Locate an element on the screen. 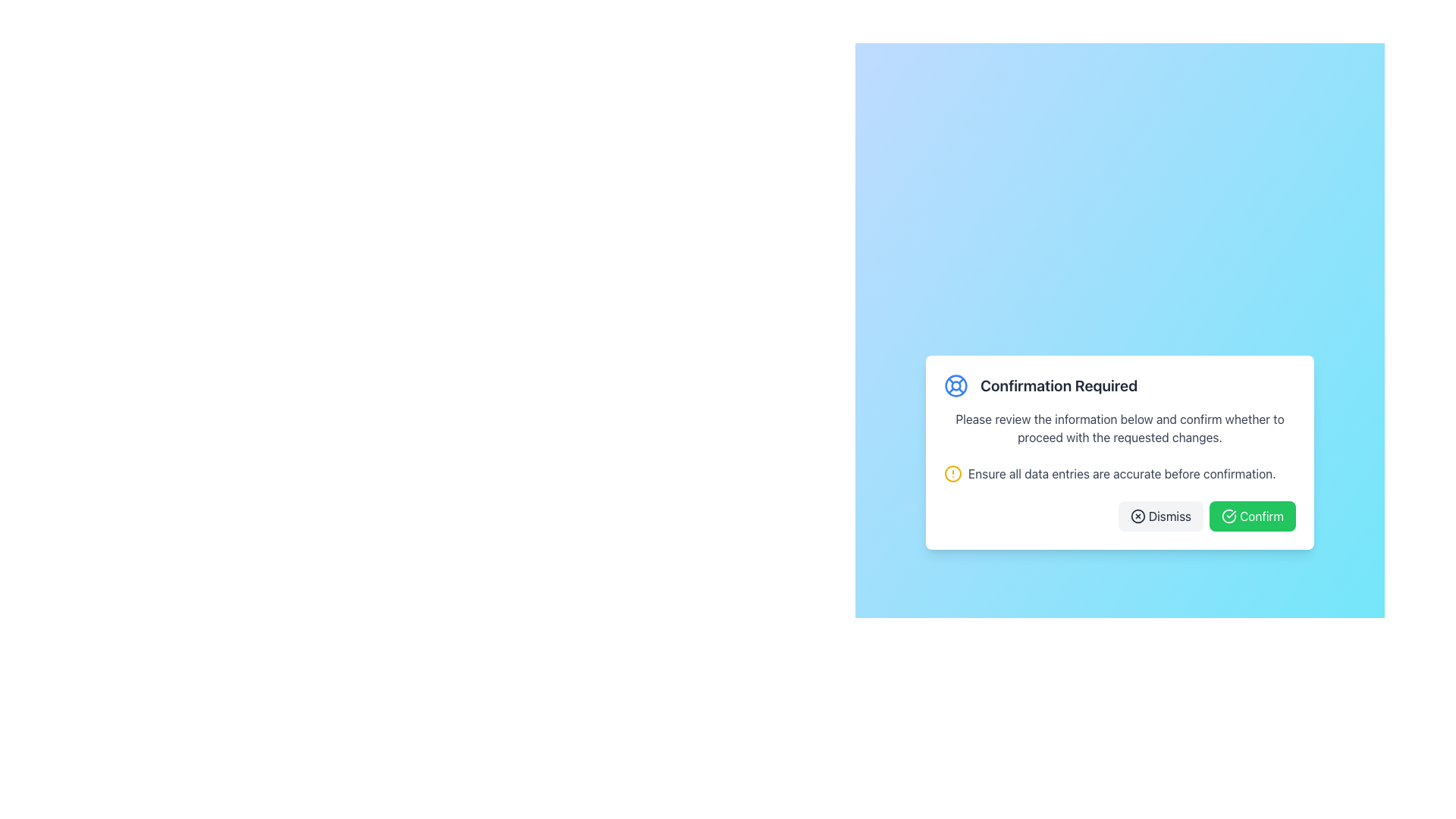 The image size is (1456, 819). the SVG Circle element that serves as the outer ring of the life buoy icon in the confirmation dialog box, located above the text 'Confirmation Required' is located at coordinates (955, 384).